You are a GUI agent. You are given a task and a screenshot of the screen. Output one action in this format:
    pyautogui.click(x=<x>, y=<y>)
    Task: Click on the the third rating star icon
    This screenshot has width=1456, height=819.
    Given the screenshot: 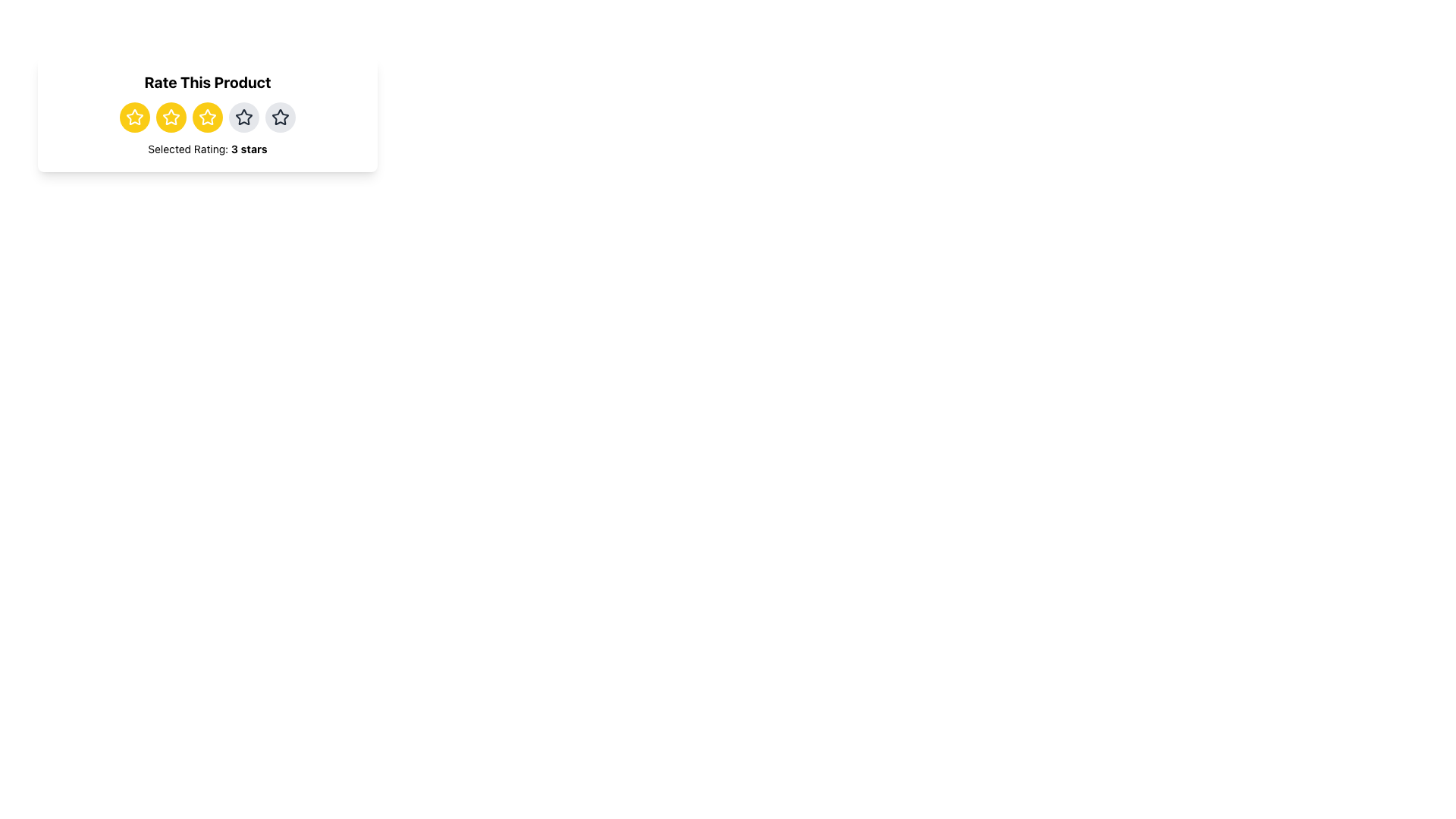 What is the action you would take?
    pyautogui.click(x=206, y=116)
    